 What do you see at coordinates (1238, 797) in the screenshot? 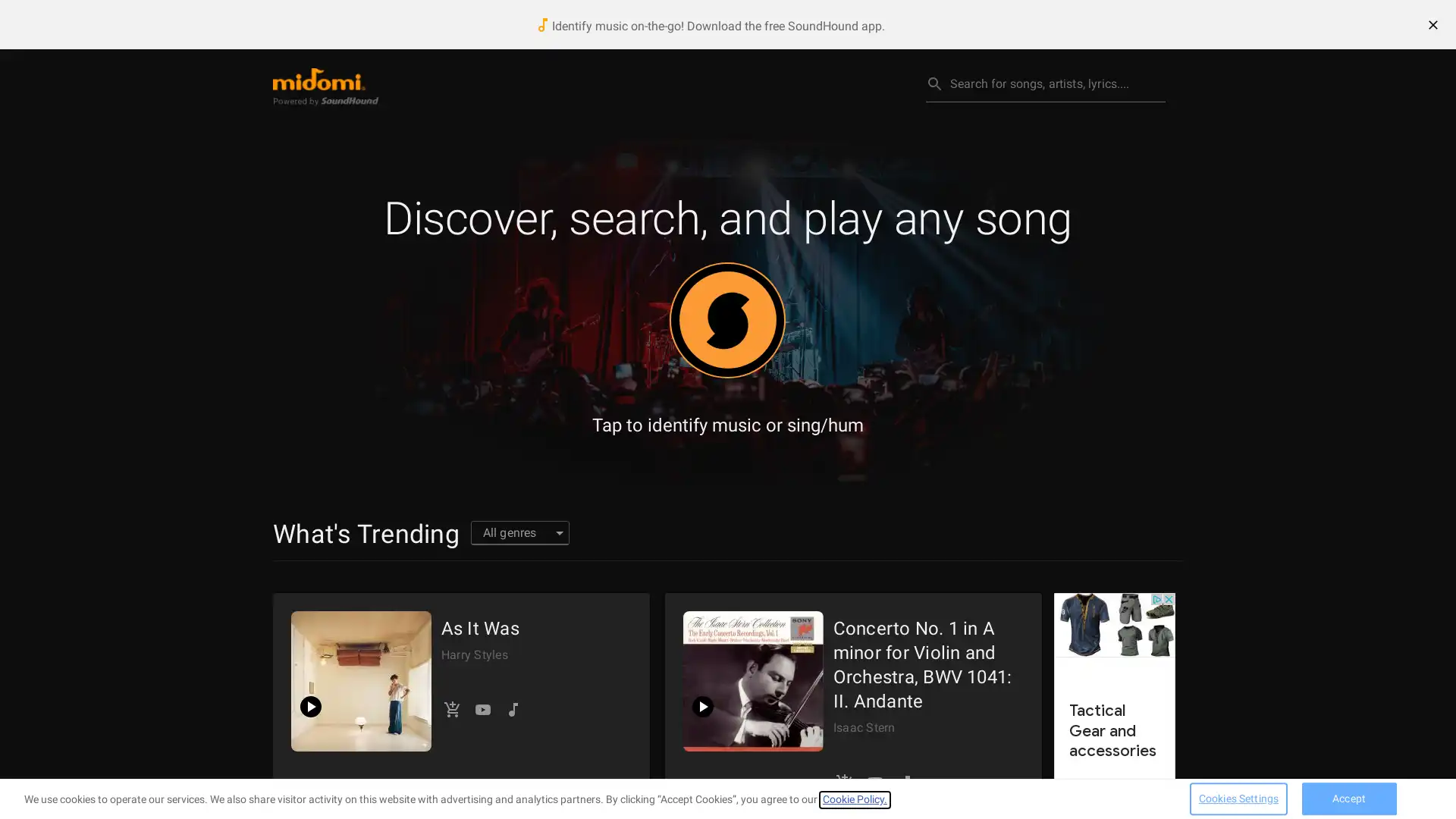
I see `Cookies Settings` at bounding box center [1238, 797].